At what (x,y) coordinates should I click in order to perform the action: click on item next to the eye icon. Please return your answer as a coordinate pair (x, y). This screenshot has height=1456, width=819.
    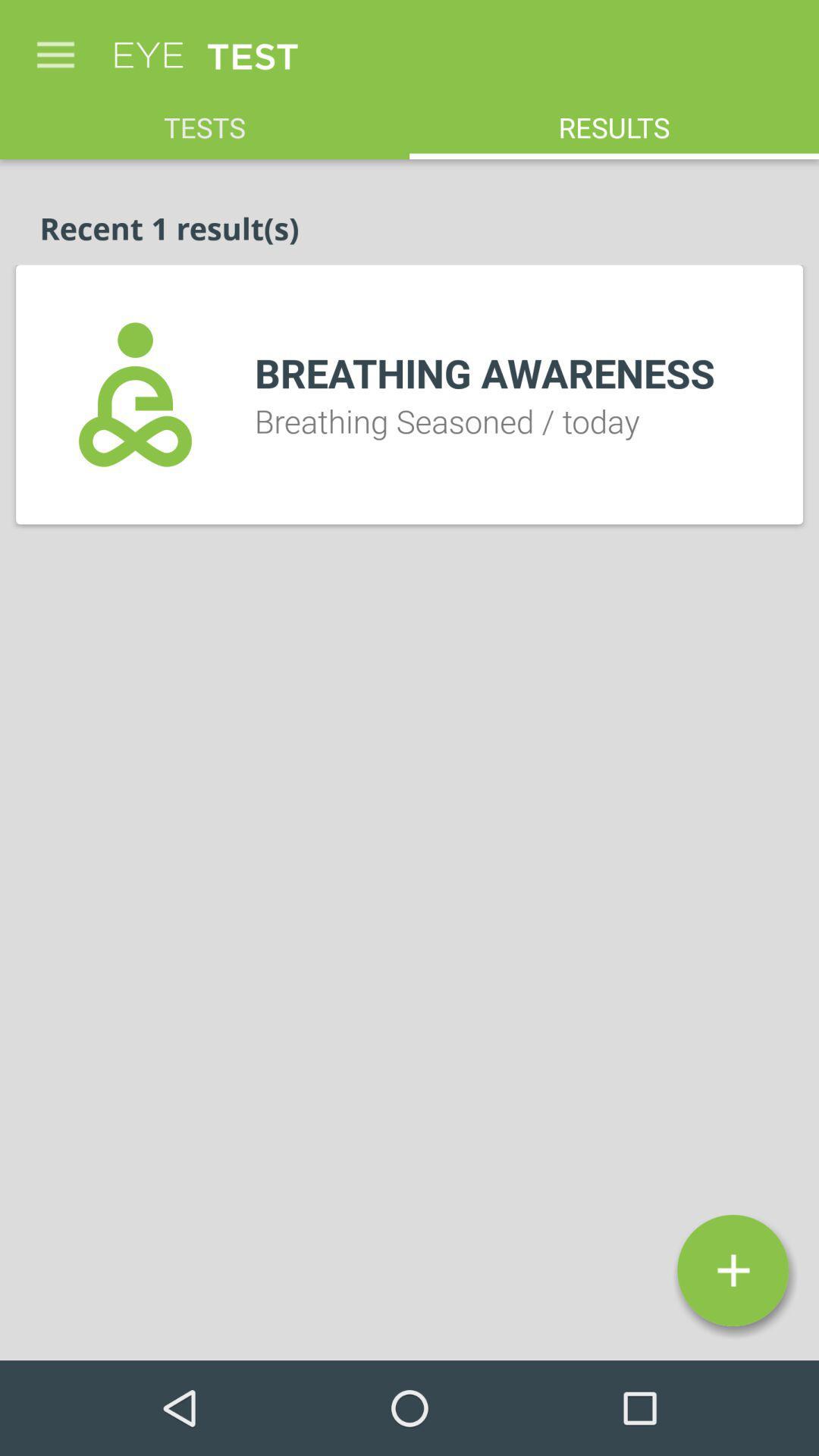
    Looking at the image, I should click on (55, 47).